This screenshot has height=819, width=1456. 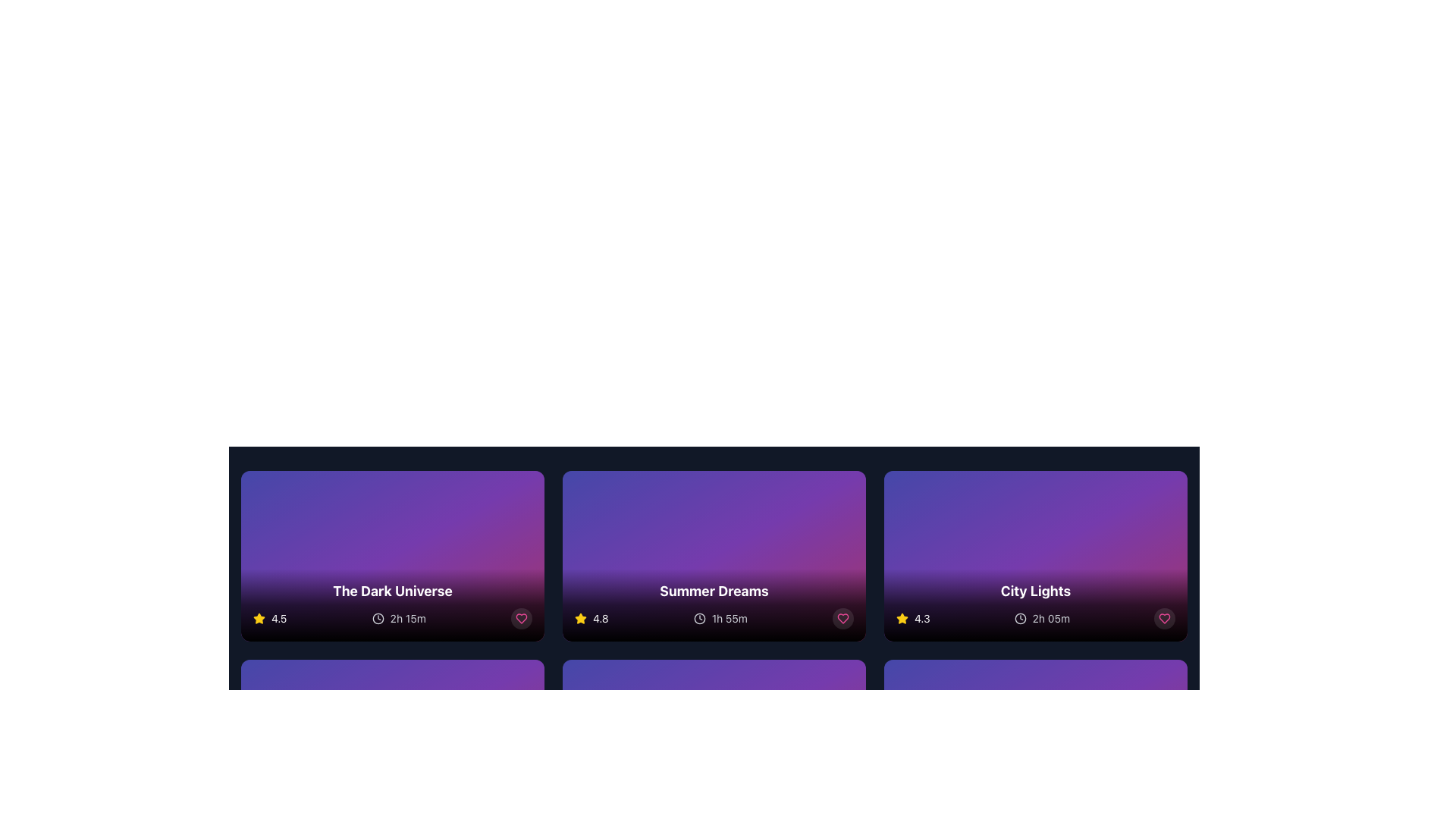 What do you see at coordinates (408, 619) in the screenshot?
I see `the text label displaying the duration '2h 15m' for accessibility, located next to the clock icon under the movie title 'The Dark Universe'` at bounding box center [408, 619].